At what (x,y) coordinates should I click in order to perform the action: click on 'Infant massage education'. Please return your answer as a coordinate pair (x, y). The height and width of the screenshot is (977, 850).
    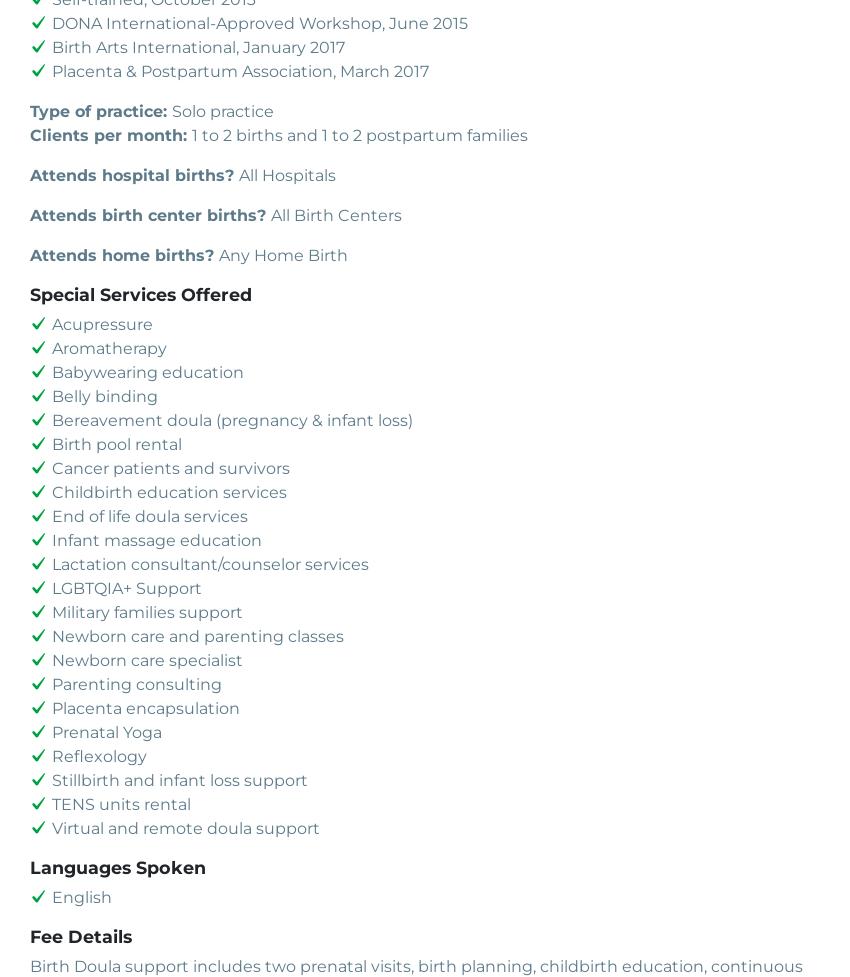
    Looking at the image, I should click on (156, 538).